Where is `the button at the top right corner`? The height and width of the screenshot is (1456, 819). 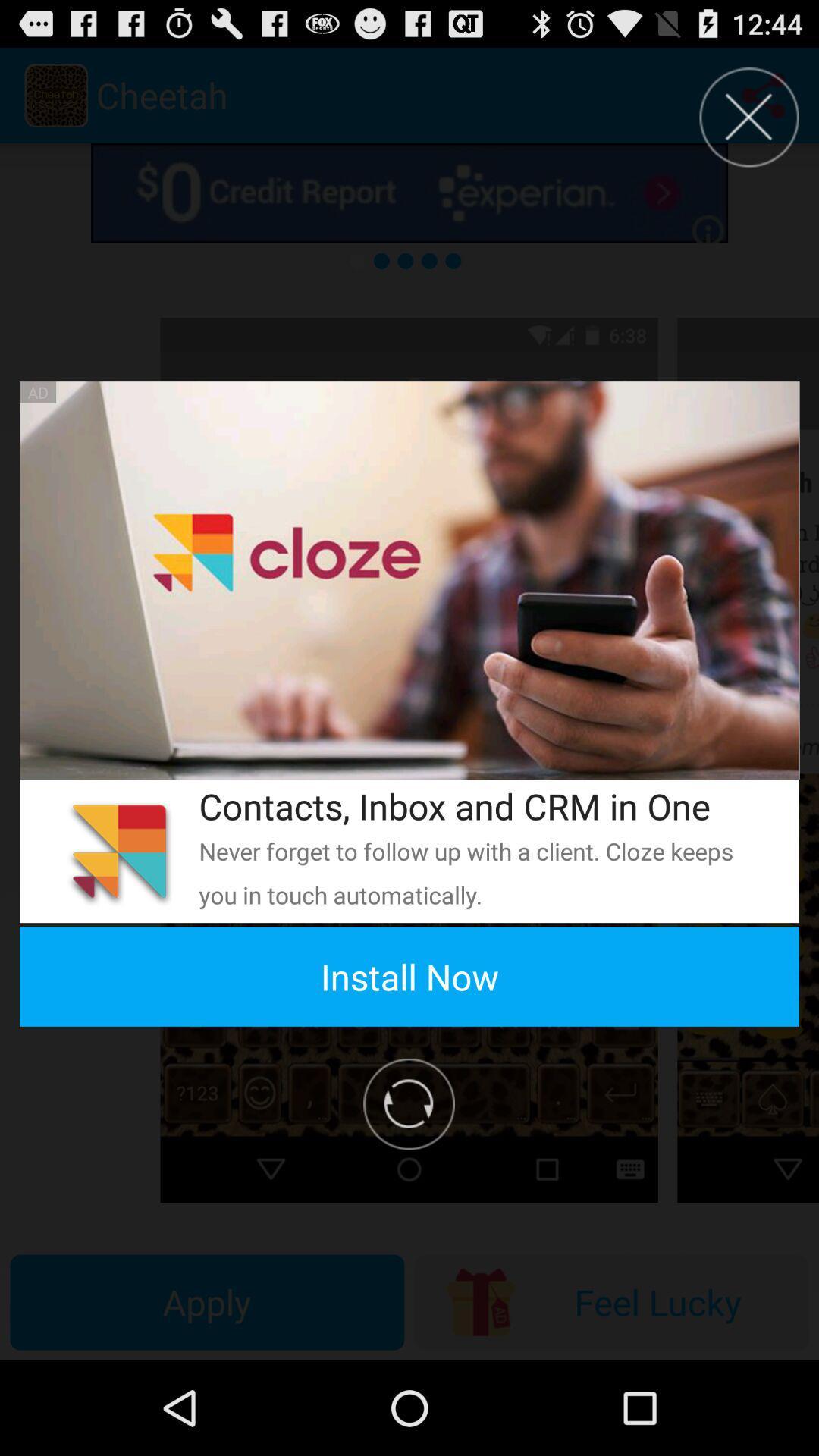
the button at the top right corner is located at coordinates (748, 116).